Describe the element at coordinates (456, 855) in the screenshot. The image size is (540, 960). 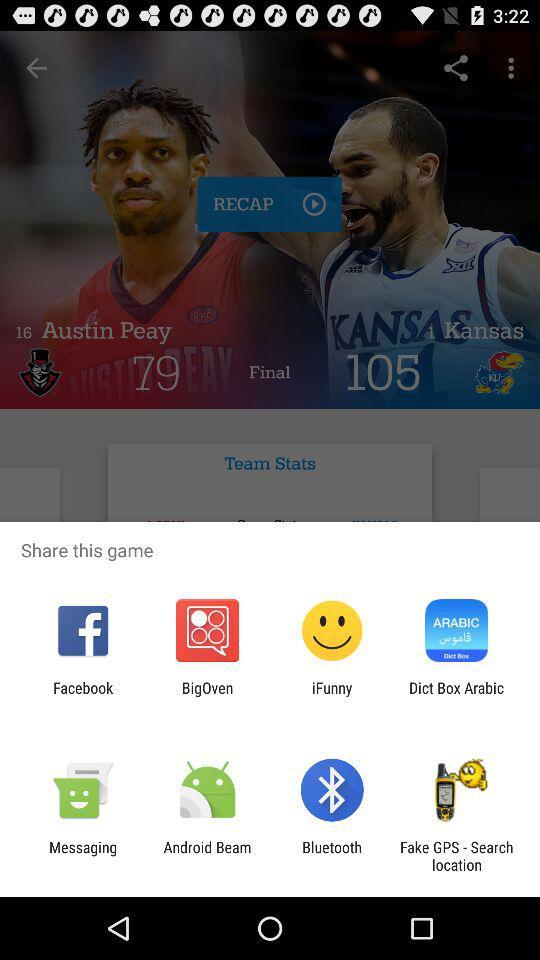
I see `the fake gps search` at that location.